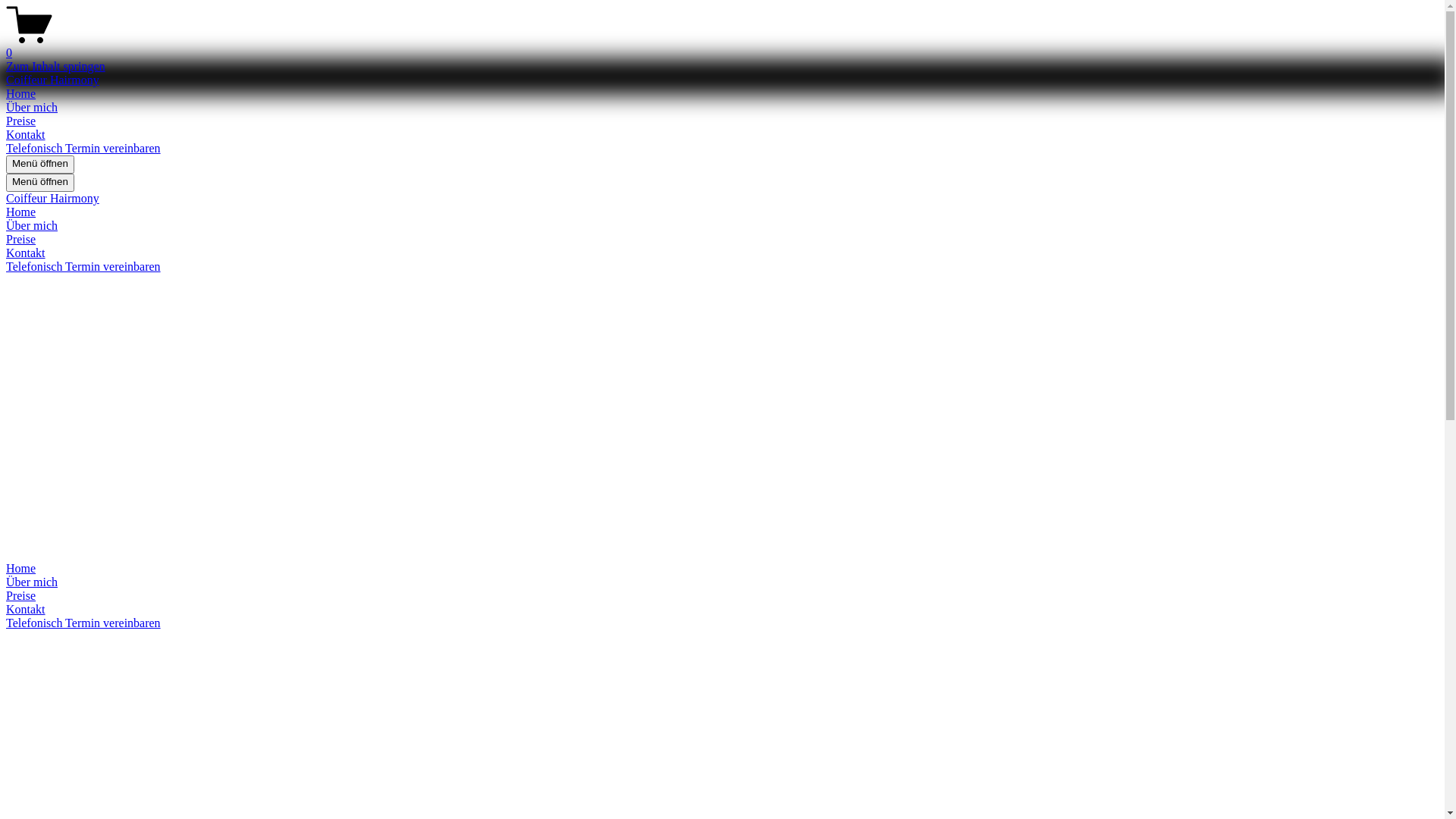 The width and height of the screenshot is (1456, 819). Describe the element at coordinates (20, 93) in the screenshot. I see `'Home'` at that location.